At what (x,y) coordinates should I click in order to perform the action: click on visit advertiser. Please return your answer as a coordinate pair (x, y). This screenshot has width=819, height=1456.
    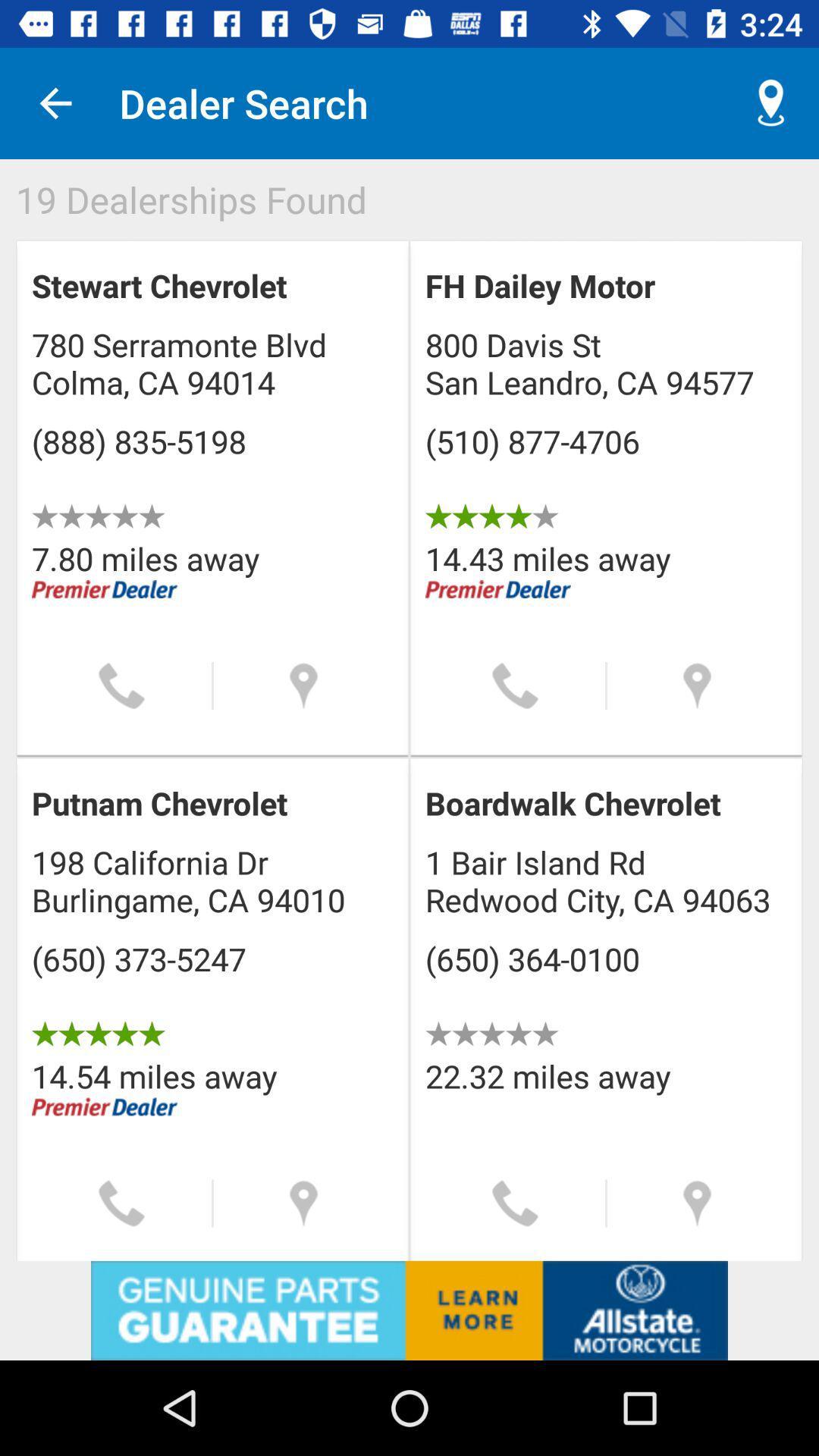
    Looking at the image, I should click on (409, 1310).